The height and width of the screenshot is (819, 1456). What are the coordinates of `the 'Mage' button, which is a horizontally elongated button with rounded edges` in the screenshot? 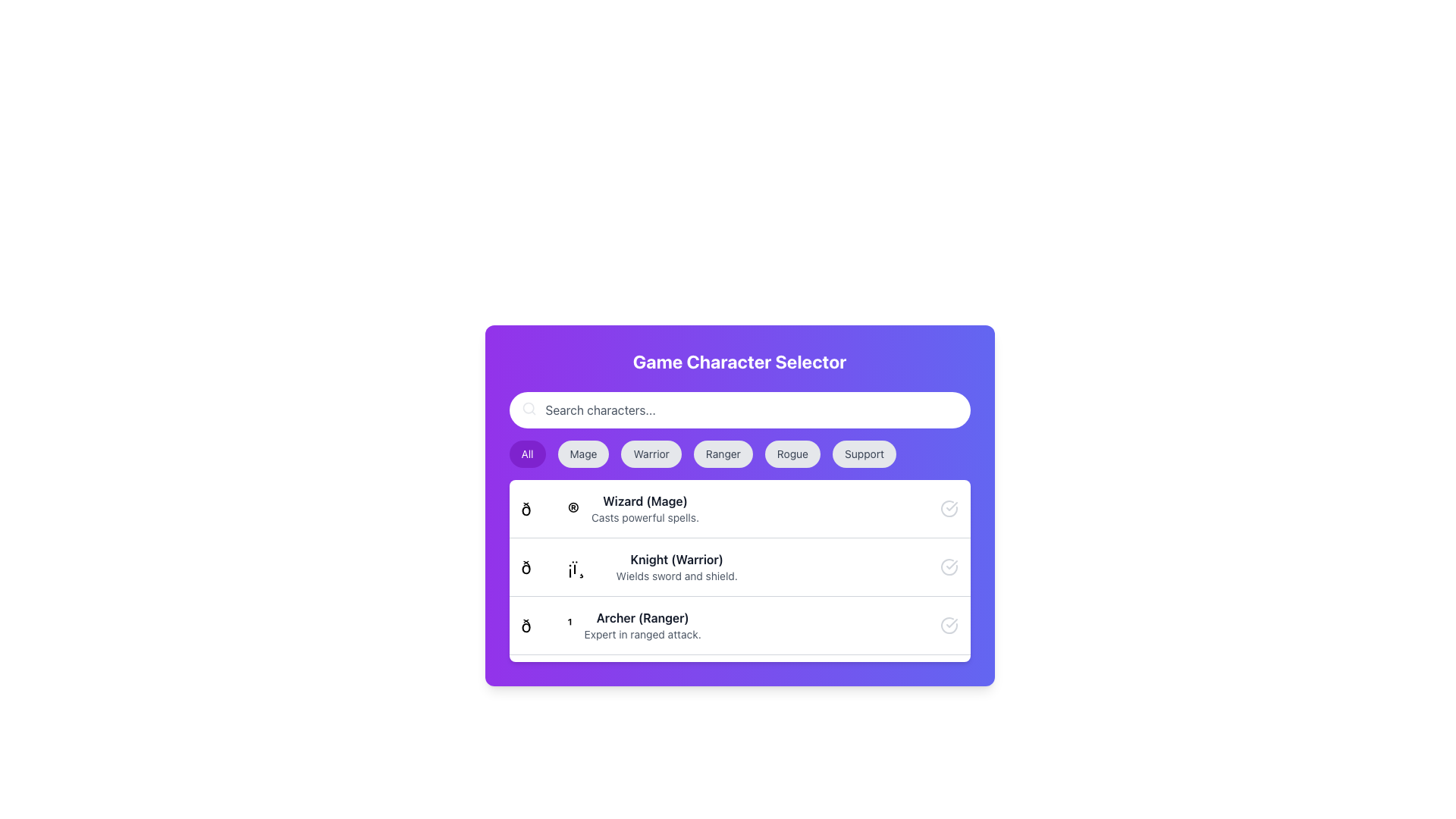 It's located at (582, 453).